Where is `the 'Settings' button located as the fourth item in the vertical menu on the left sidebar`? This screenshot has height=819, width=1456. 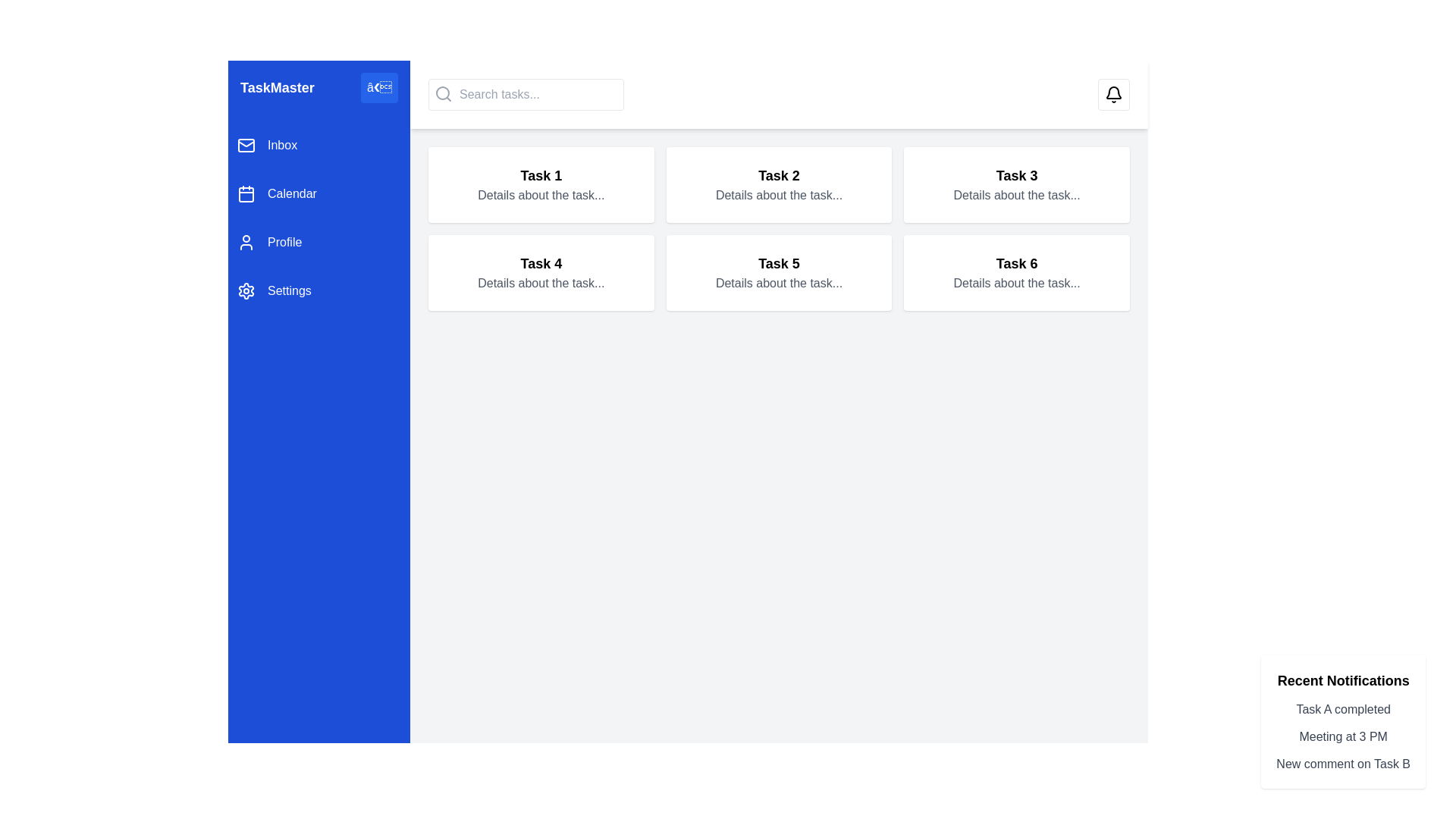 the 'Settings' button located as the fourth item in the vertical menu on the left sidebar is located at coordinates (318, 291).